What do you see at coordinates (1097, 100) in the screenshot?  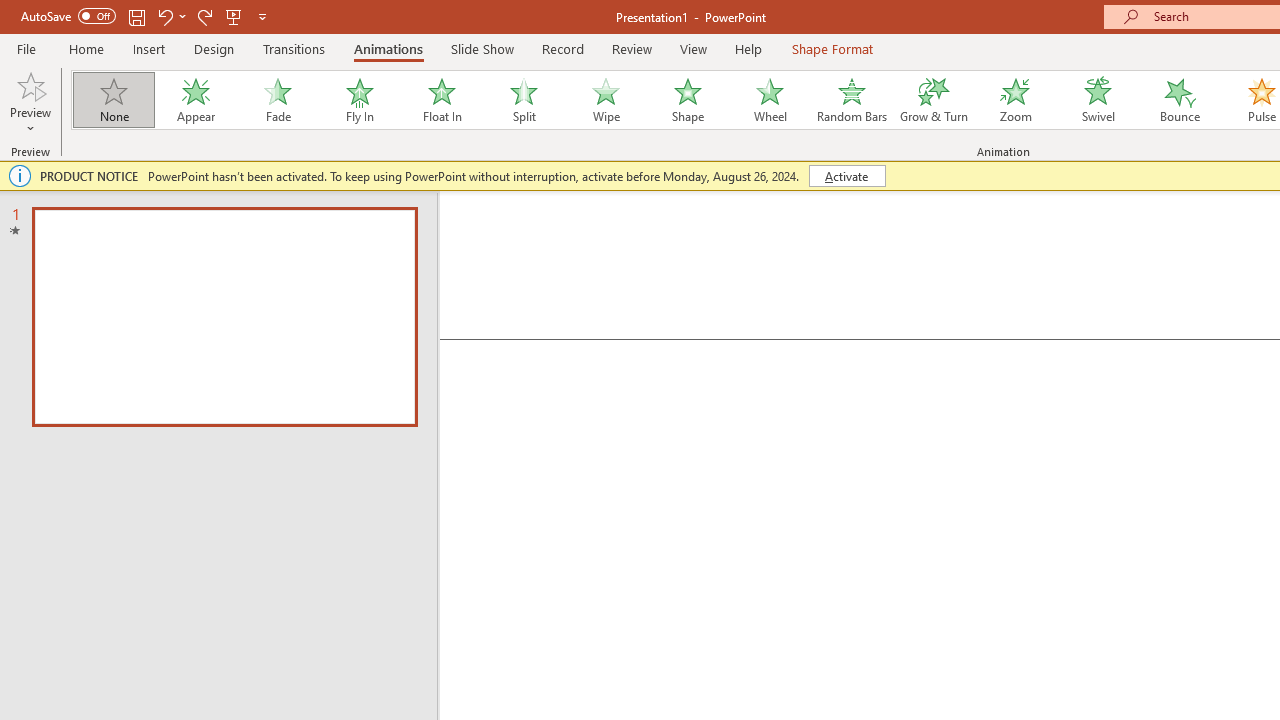 I see `'Swivel'` at bounding box center [1097, 100].